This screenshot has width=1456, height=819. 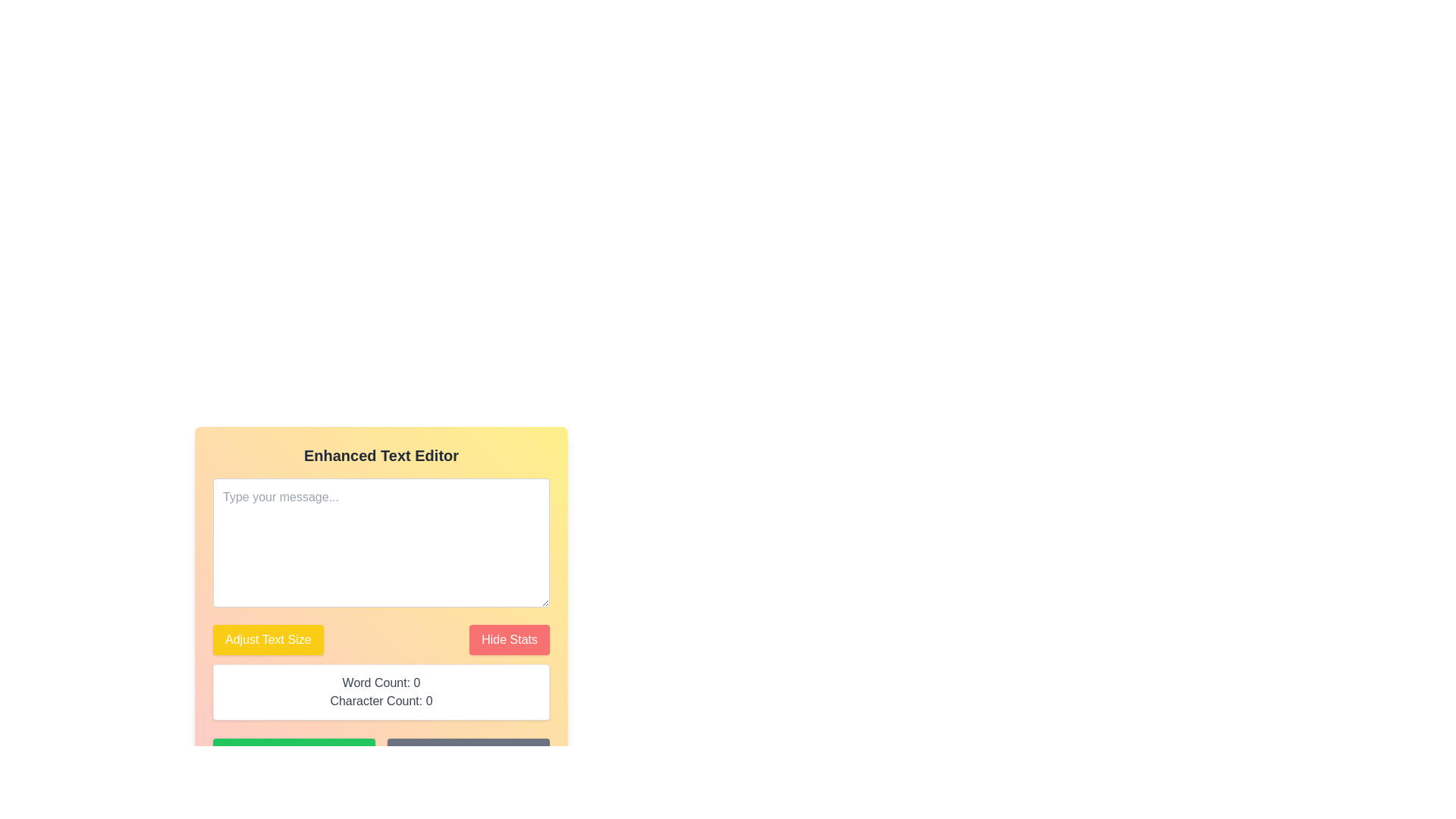 What do you see at coordinates (277, 754) in the screenshot?
I see `the save icon located at the leftmost part of the green rectangular button labeled 'Save' to initiate saving` at bounding box center [277, 754].